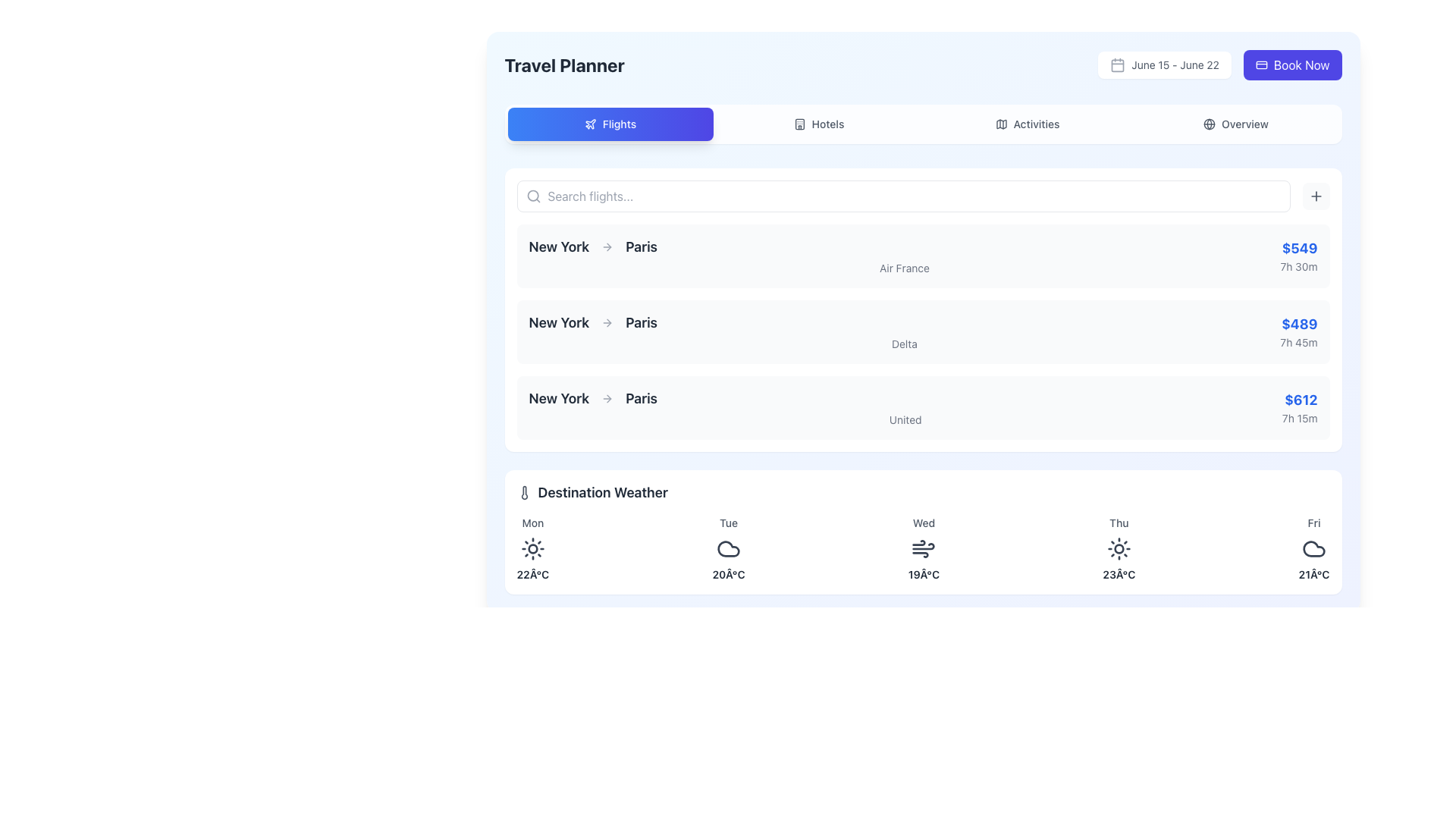  I want to click on the navigation button labeled 'Hotels' located in the header navigation bar, so click(799, 124).